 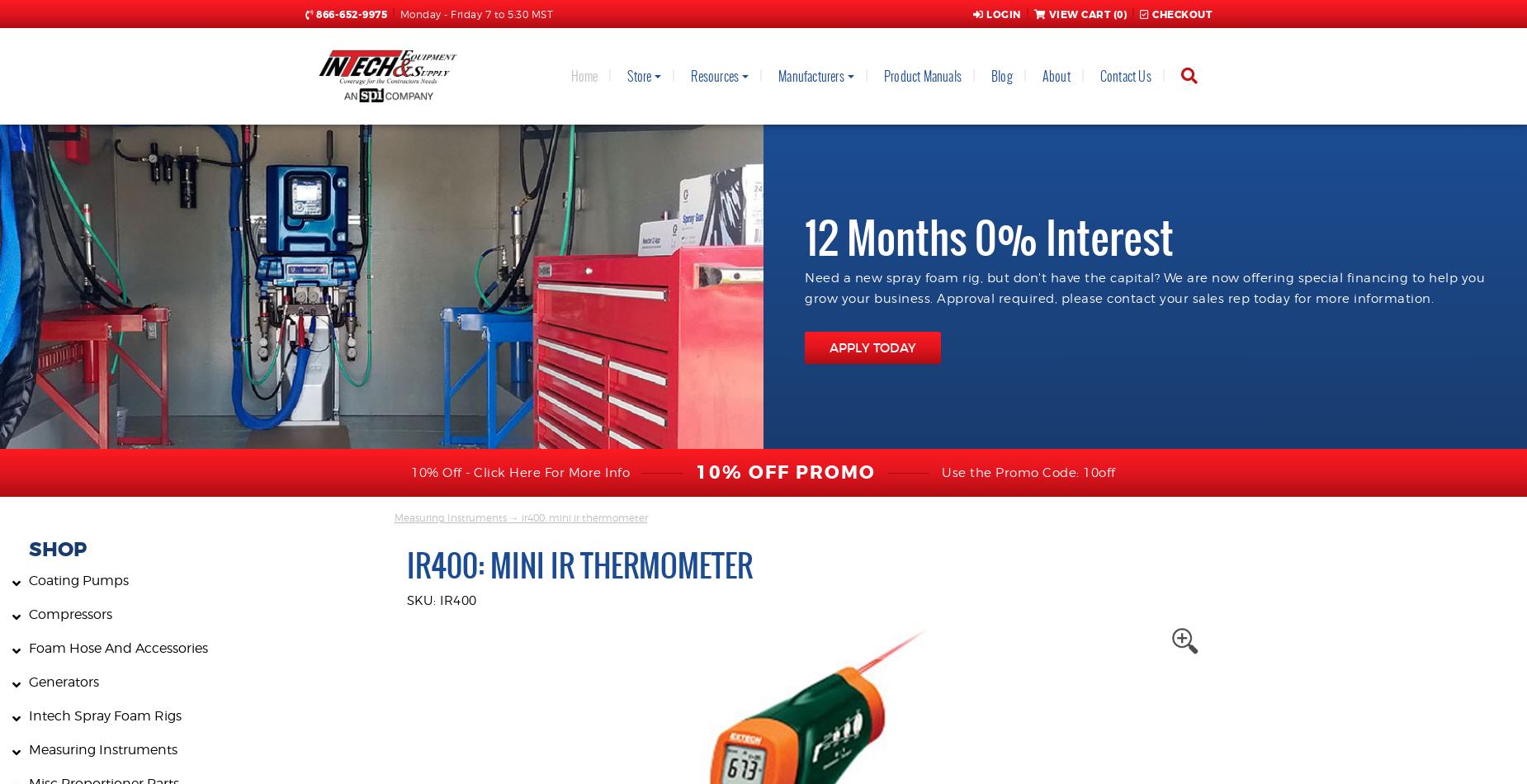 I want to click on 'SKU: 
										IR400', so click(x=405, y=599).